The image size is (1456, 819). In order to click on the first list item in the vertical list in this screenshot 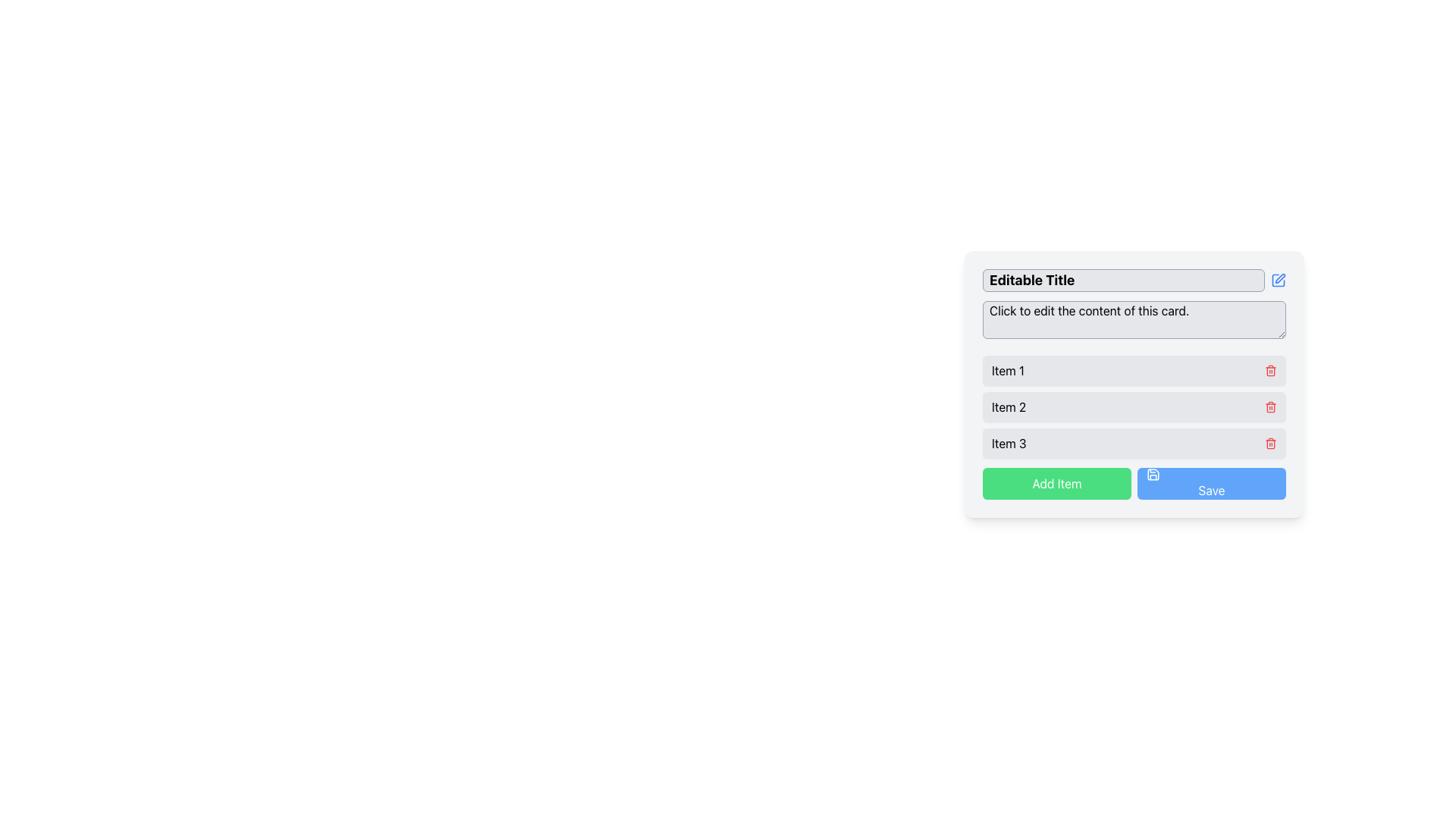, I will do `click(1134, 371)`.